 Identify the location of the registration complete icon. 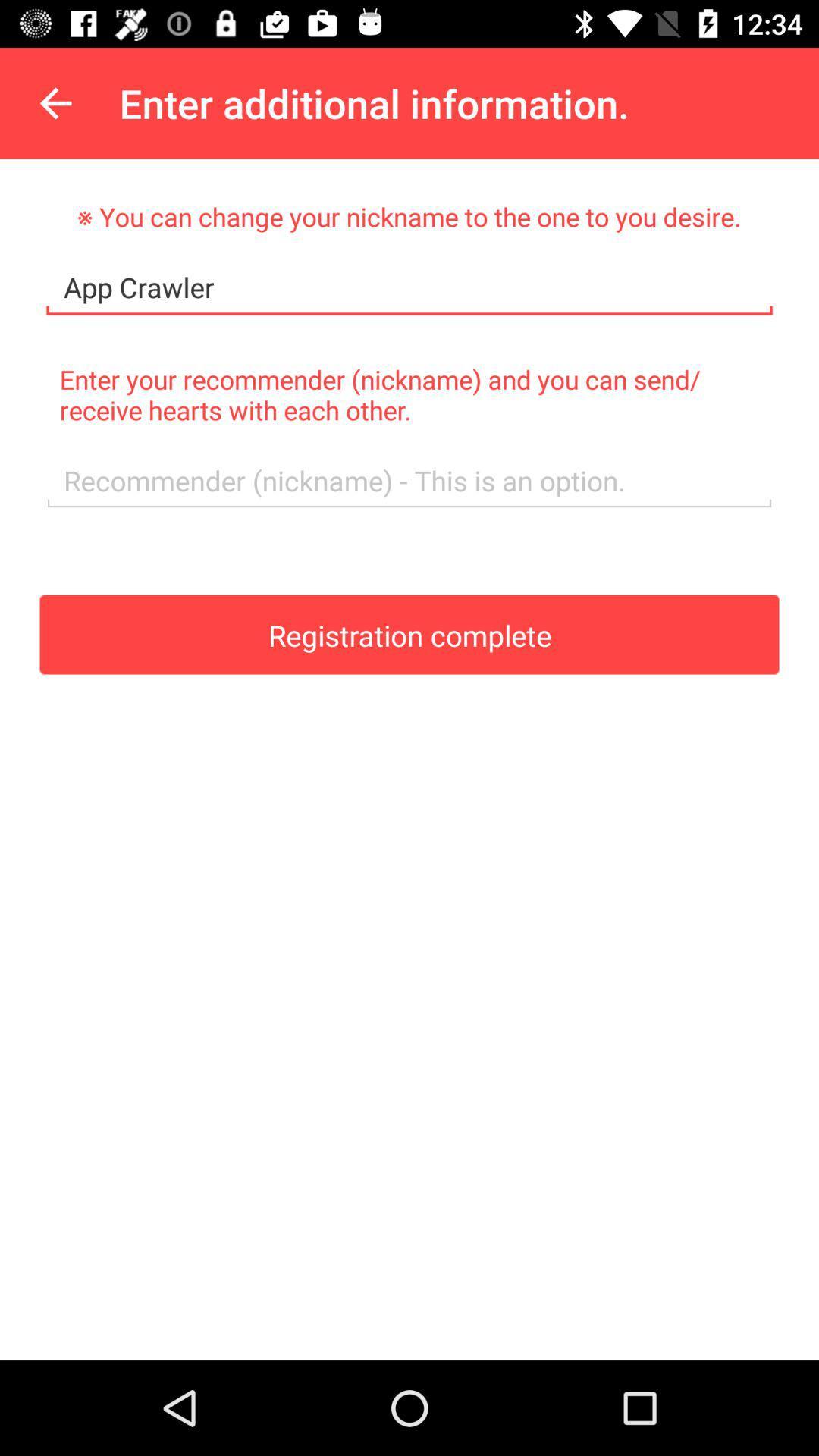
(409, 634).